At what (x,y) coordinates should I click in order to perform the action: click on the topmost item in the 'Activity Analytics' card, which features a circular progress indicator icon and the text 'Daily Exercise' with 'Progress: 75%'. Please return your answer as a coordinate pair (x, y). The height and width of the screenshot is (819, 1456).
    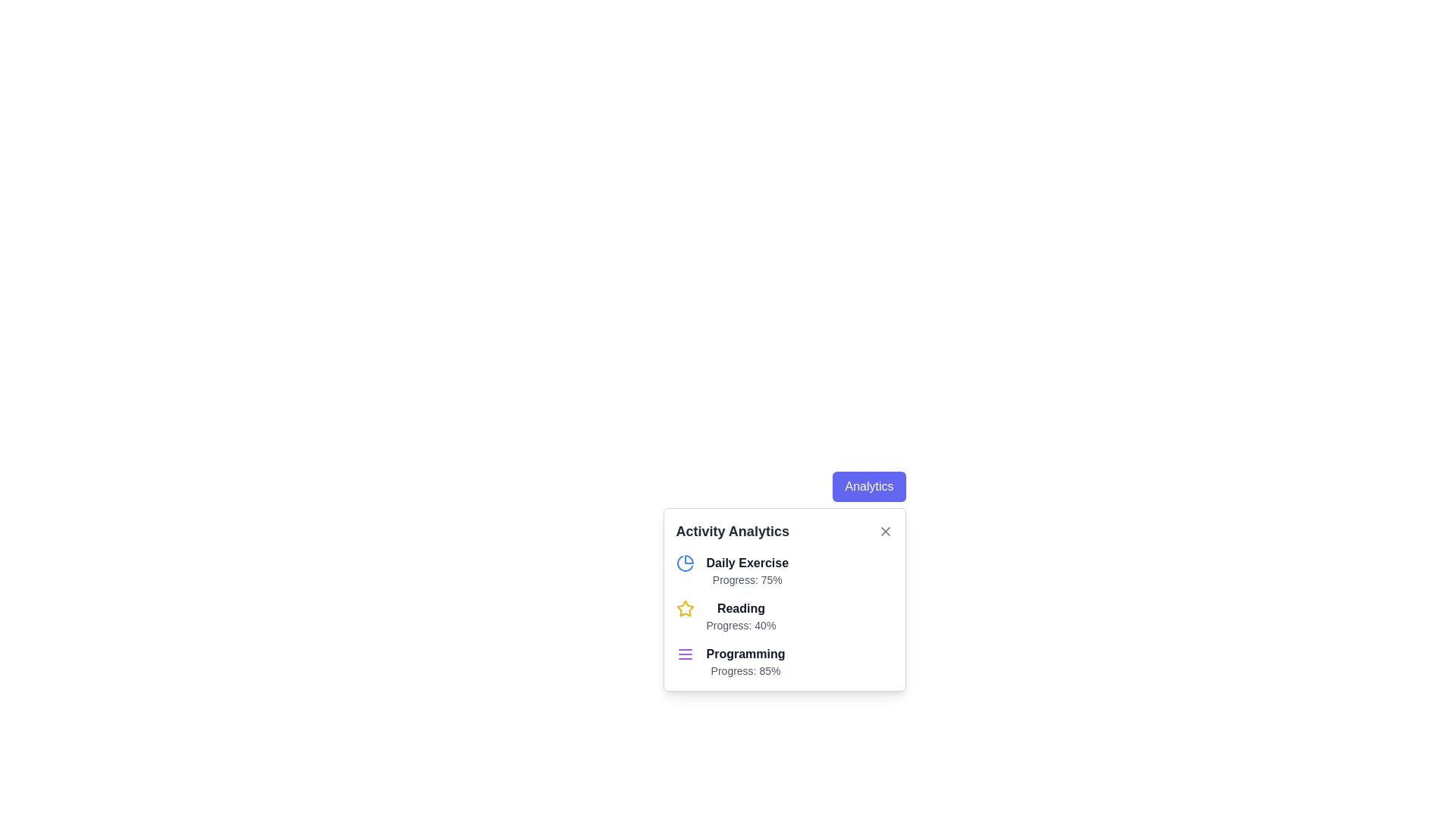
    Looking at the image, I should click on (784, 570).